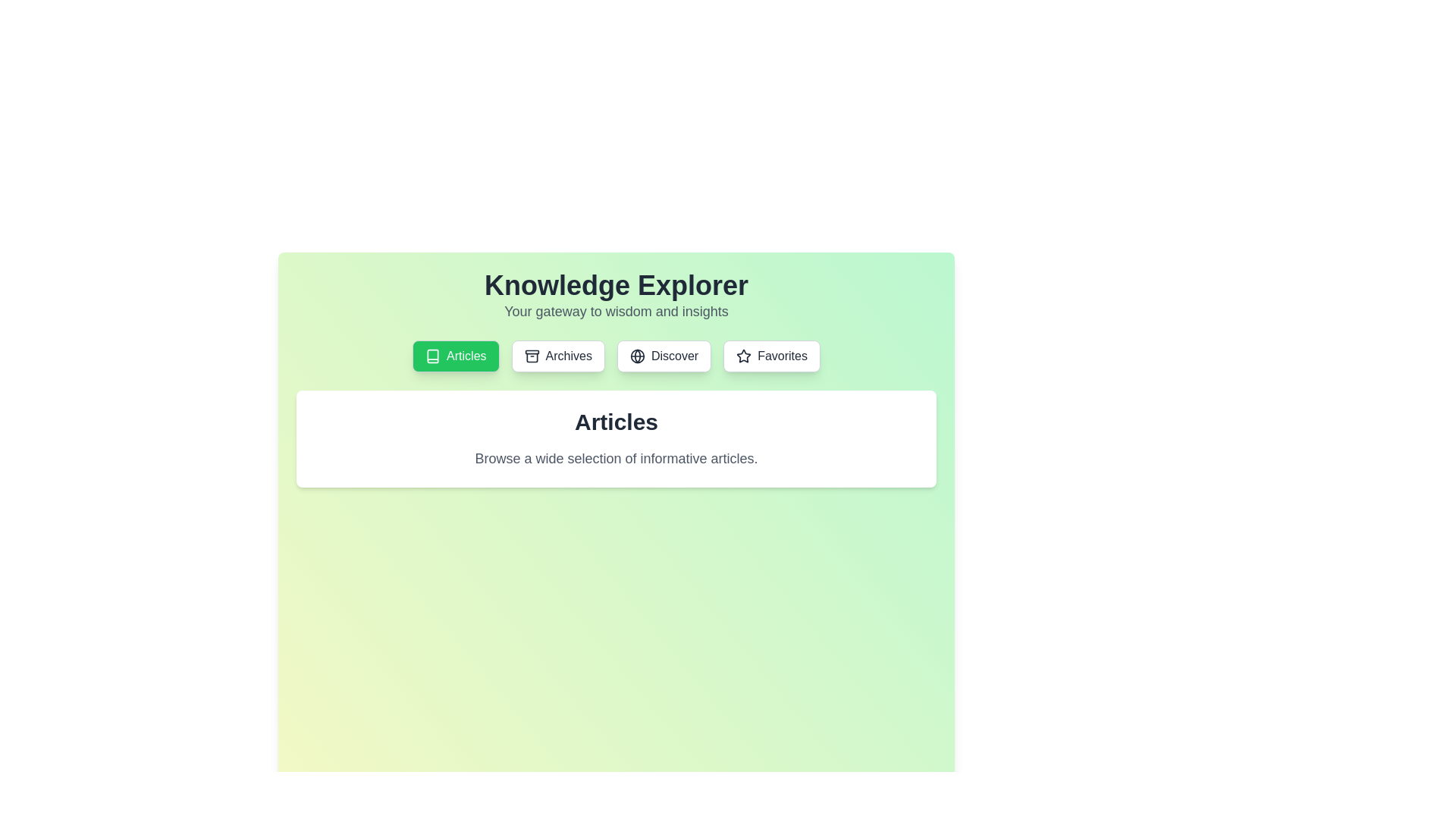  I want to click on the tab labeled Articles, so click(454, 356).